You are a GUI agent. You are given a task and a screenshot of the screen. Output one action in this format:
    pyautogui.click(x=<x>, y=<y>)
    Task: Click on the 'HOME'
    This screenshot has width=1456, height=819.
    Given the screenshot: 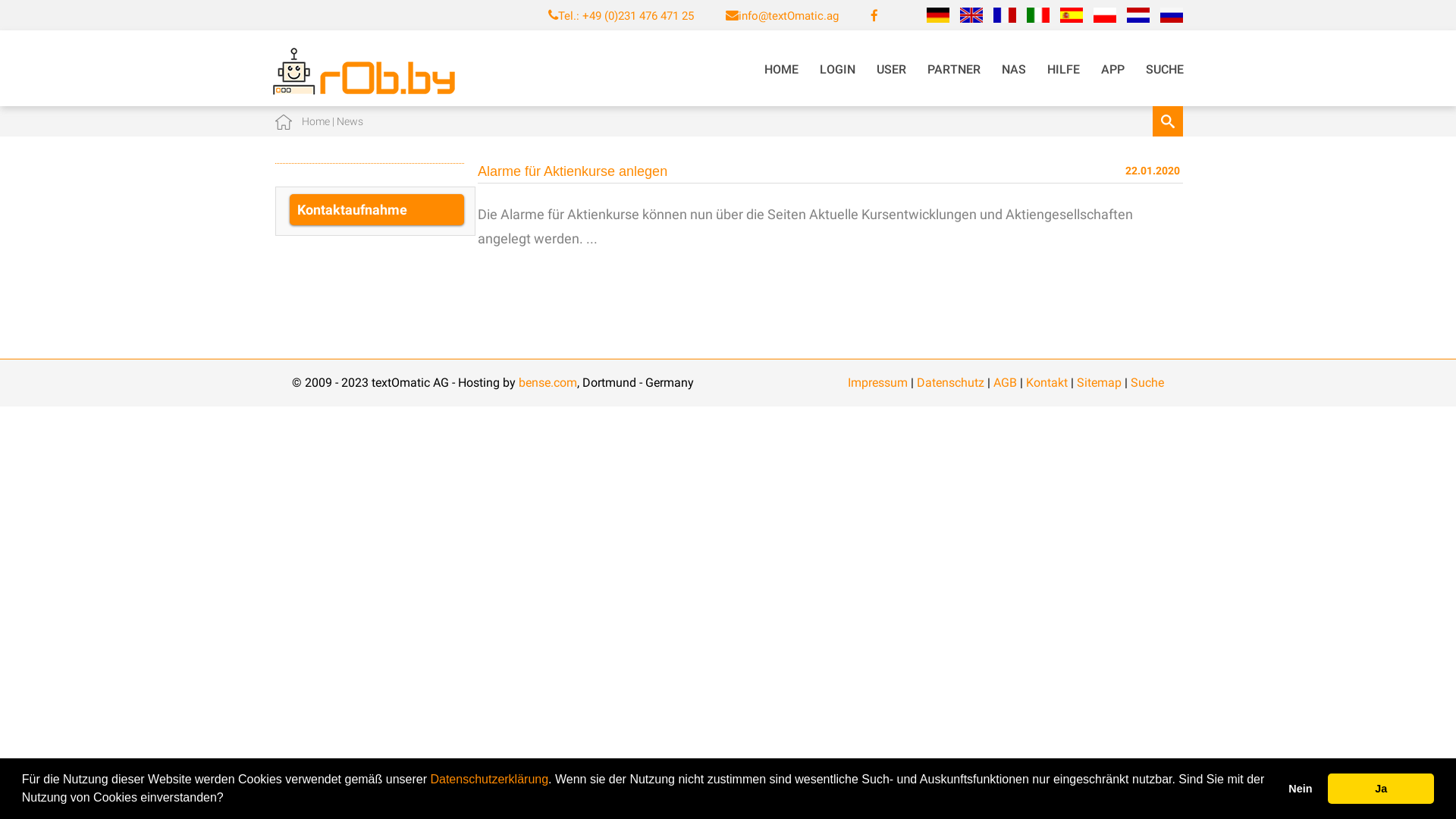 What is the action you would take?
    pyautogui.click(x=781, y=69)
    